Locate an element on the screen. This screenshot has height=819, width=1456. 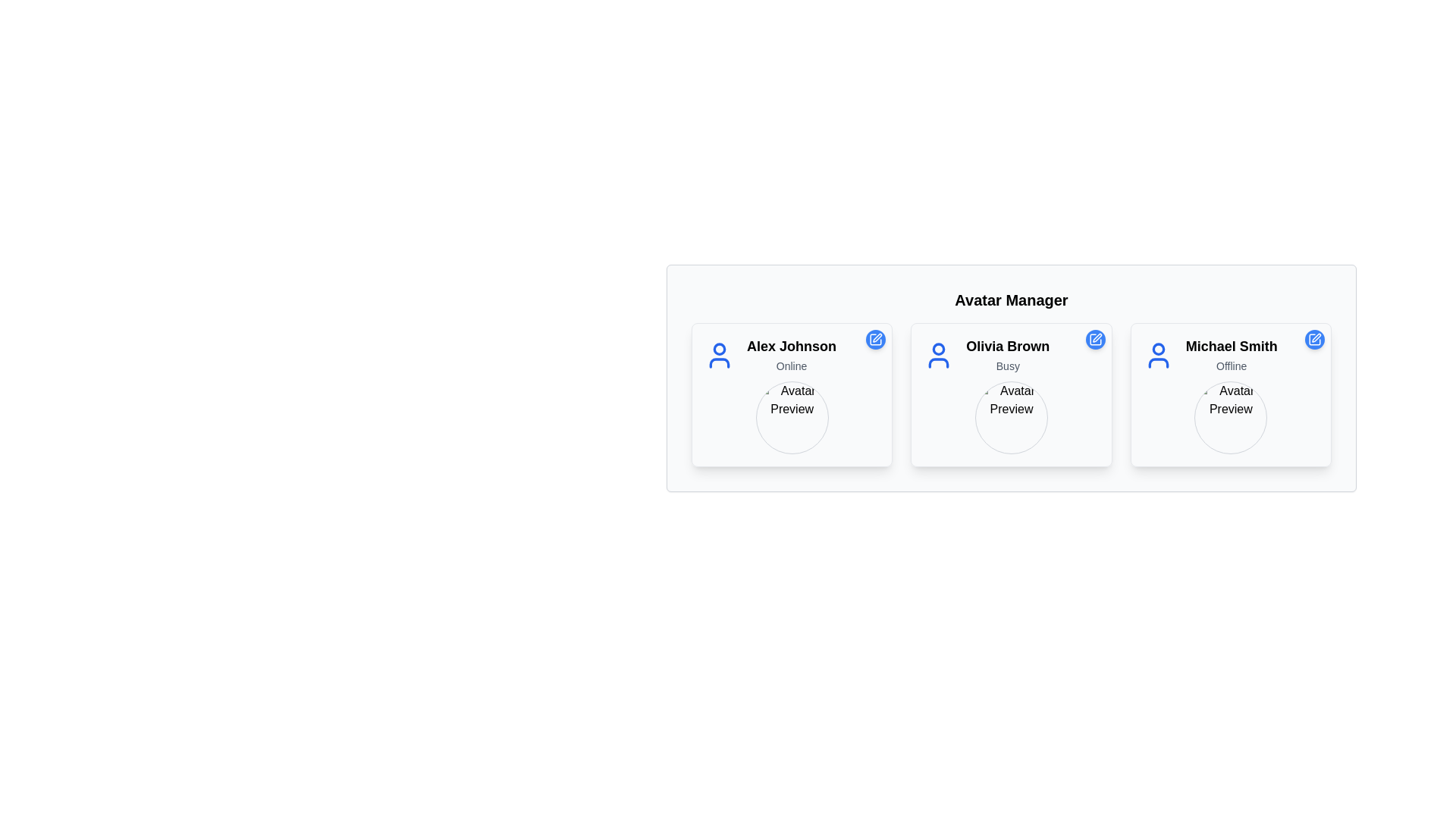
the circular SVG graphical element representing the user's outline in the profile card for 'Olivia Brown' is located at coordinates (938, 349).